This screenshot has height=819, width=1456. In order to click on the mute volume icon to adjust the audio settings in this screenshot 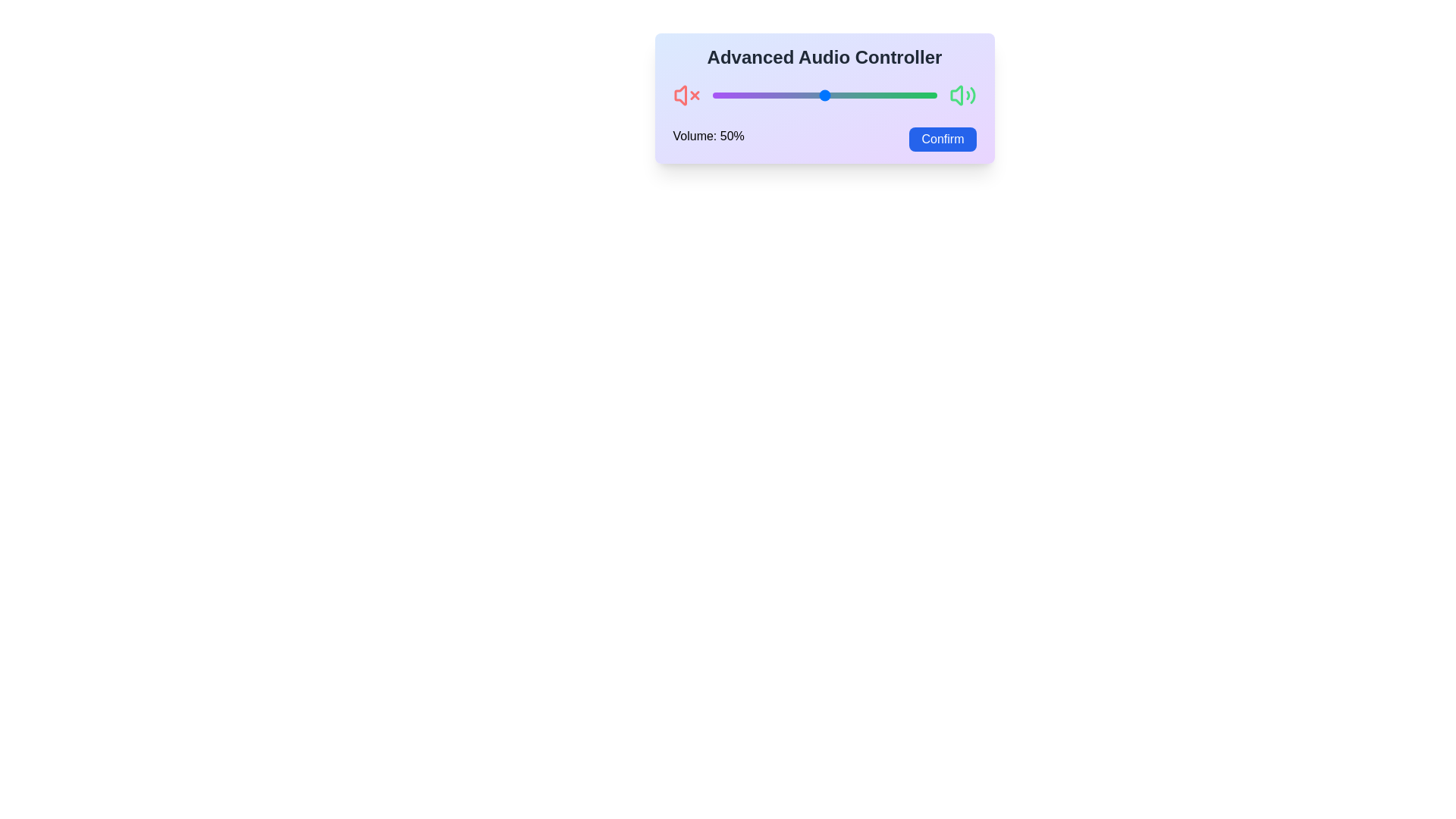, I will do `click(686, 96)`.